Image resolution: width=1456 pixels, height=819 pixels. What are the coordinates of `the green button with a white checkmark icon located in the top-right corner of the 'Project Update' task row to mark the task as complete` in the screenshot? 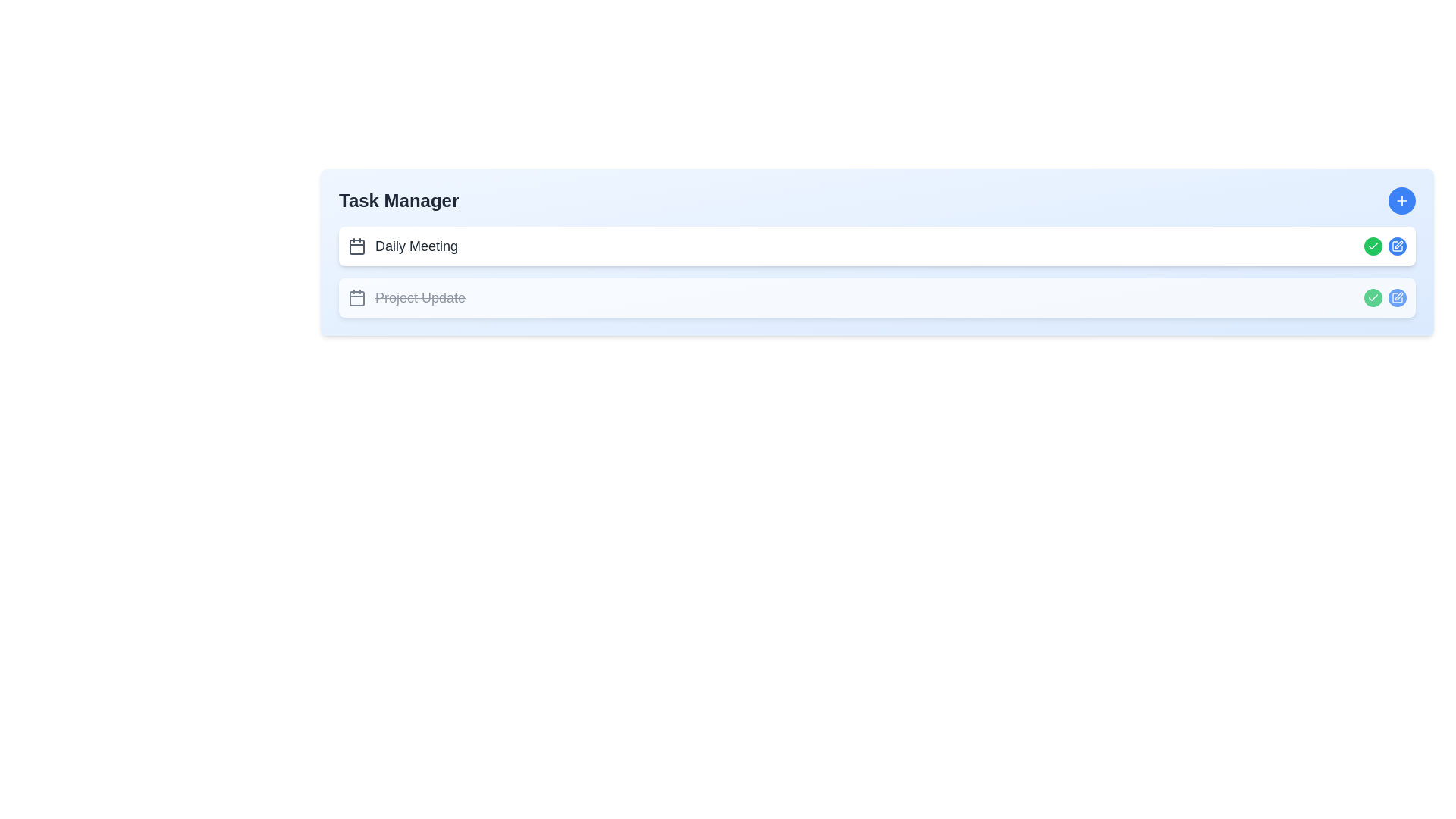 It's located at (1373, 245).